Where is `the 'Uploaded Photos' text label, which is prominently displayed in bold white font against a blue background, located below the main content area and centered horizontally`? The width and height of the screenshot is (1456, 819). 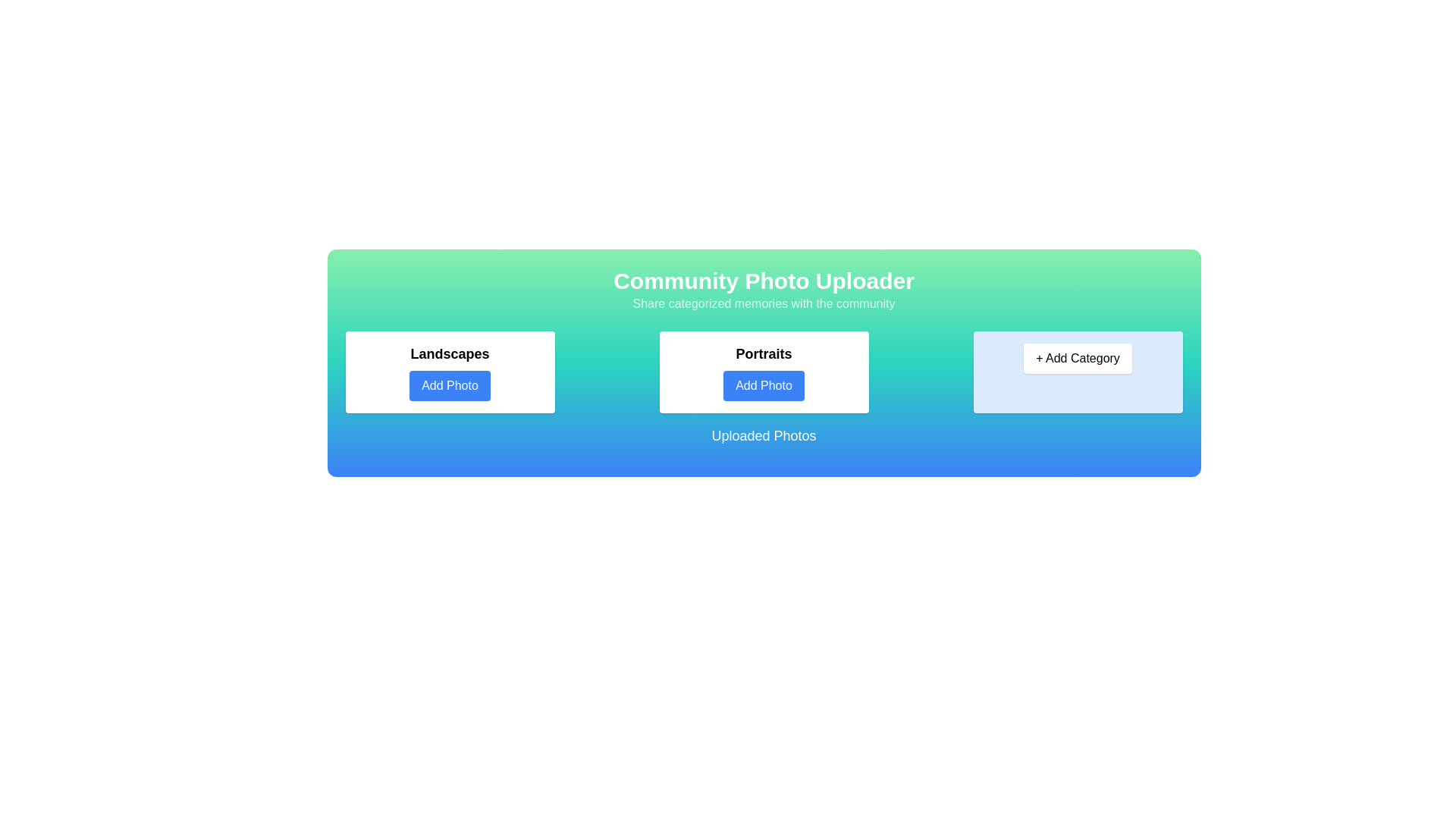 the 'Uploaded Photos' text label, which is prominently displayed in bold white font against a blue background, located below the main content area and centered horizontally is located at coordinates (764, 435).